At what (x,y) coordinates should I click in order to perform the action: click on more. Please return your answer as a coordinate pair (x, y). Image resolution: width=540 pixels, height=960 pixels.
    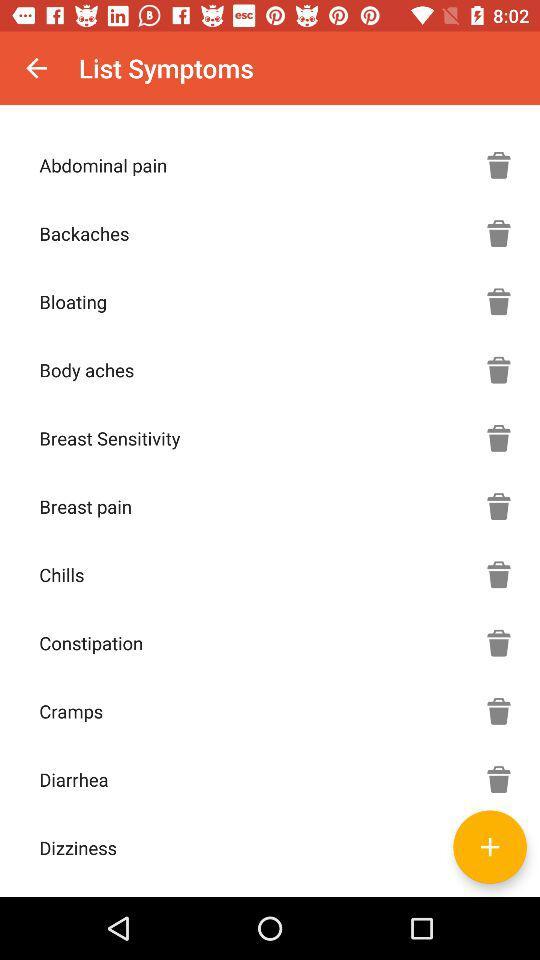
    Looking at the image, I should click on (489, 846).